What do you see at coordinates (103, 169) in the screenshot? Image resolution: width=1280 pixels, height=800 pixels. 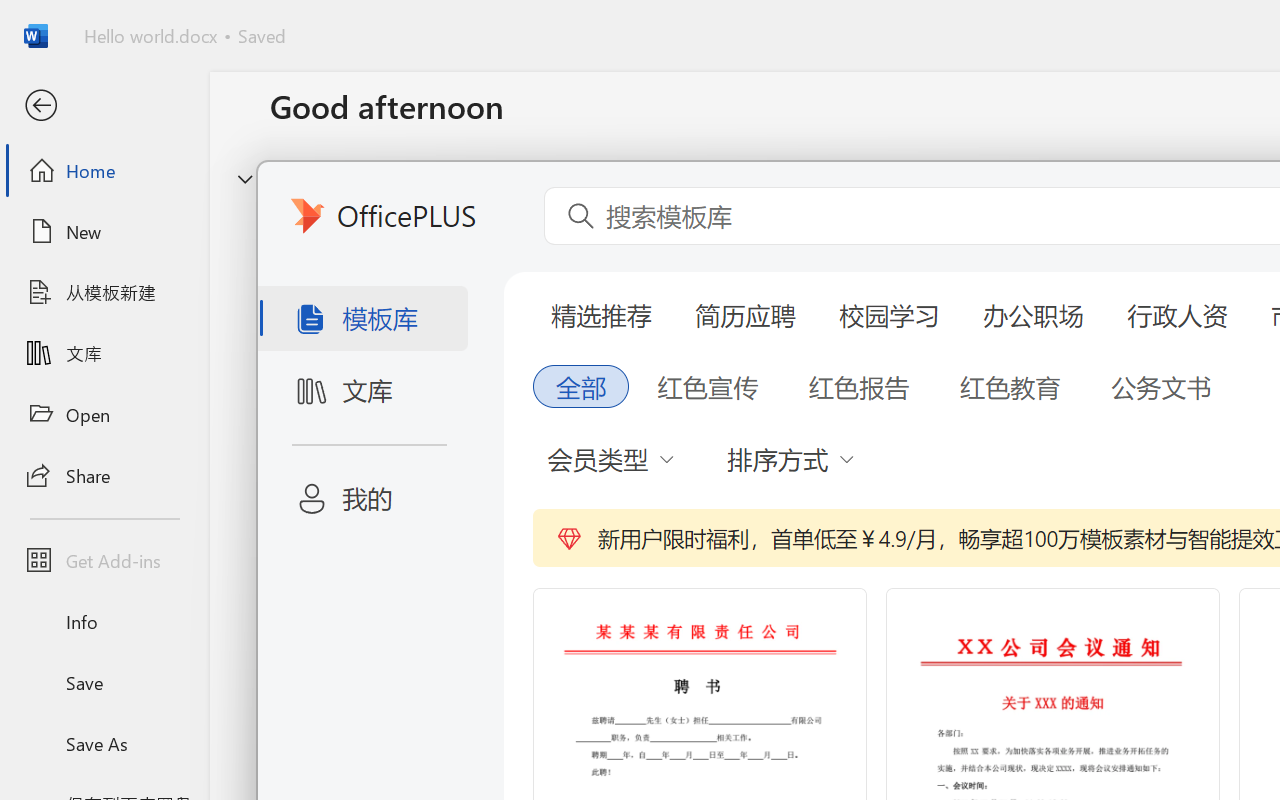 I see `'Home'` at bounding box center [103, 169].